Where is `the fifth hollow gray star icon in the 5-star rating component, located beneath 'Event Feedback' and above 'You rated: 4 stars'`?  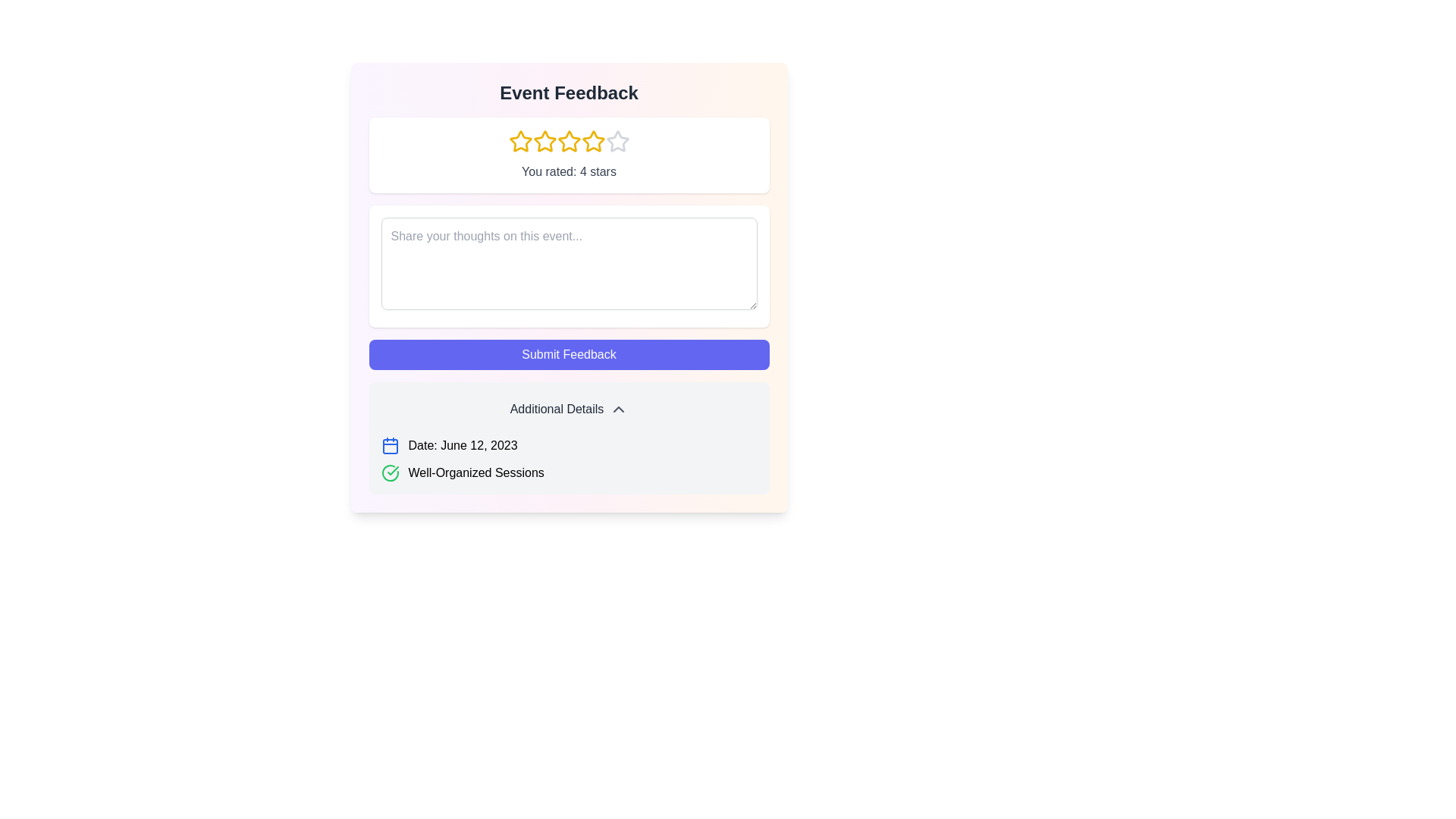 the fifth hollow gray star icon in the 5-star rating component, located beneath 'Event Feedback' and above 'You rated: 4 stars' is located at coordinates (617, 141).